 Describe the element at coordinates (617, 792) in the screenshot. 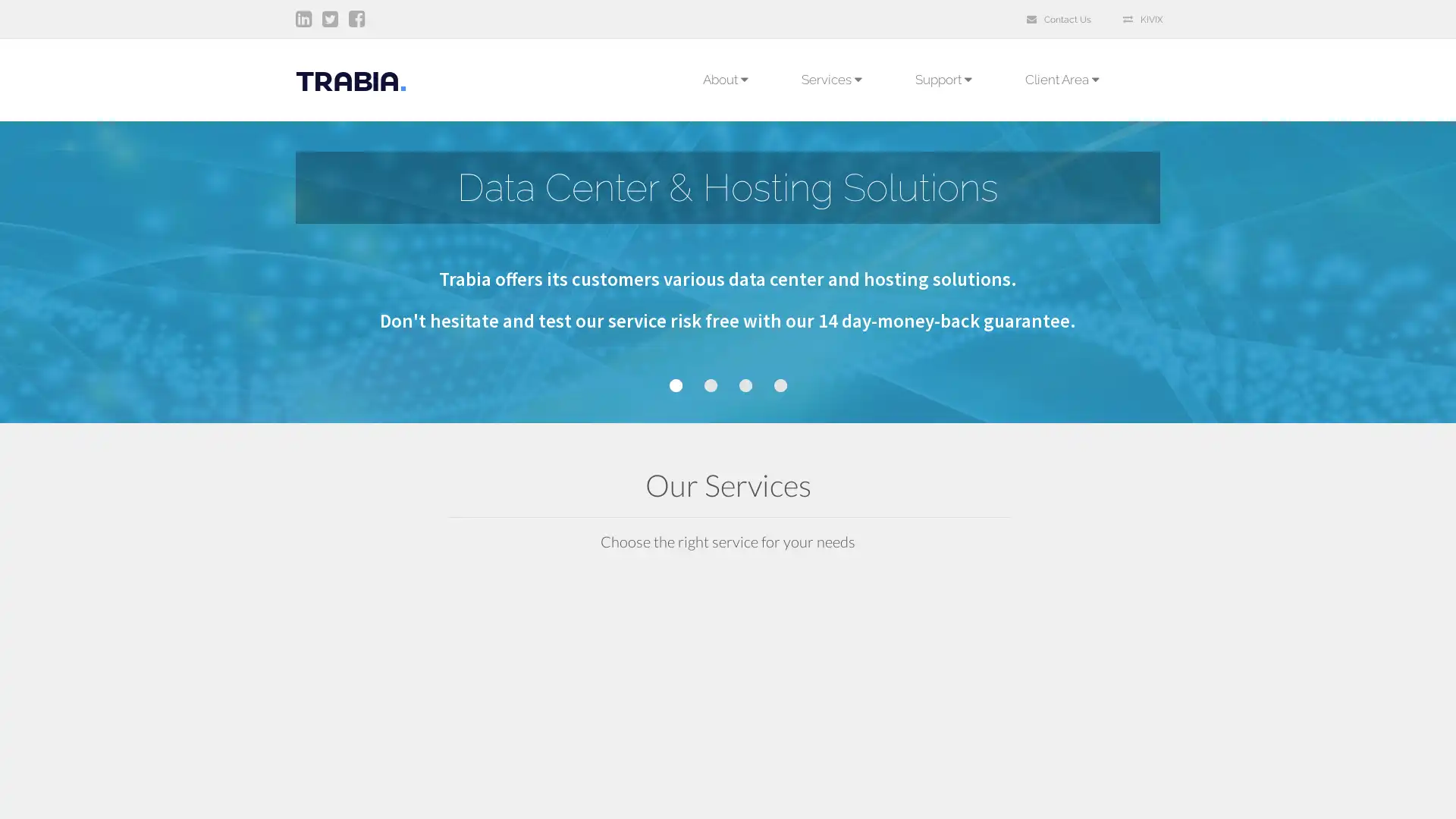

I see `See All` at that location.